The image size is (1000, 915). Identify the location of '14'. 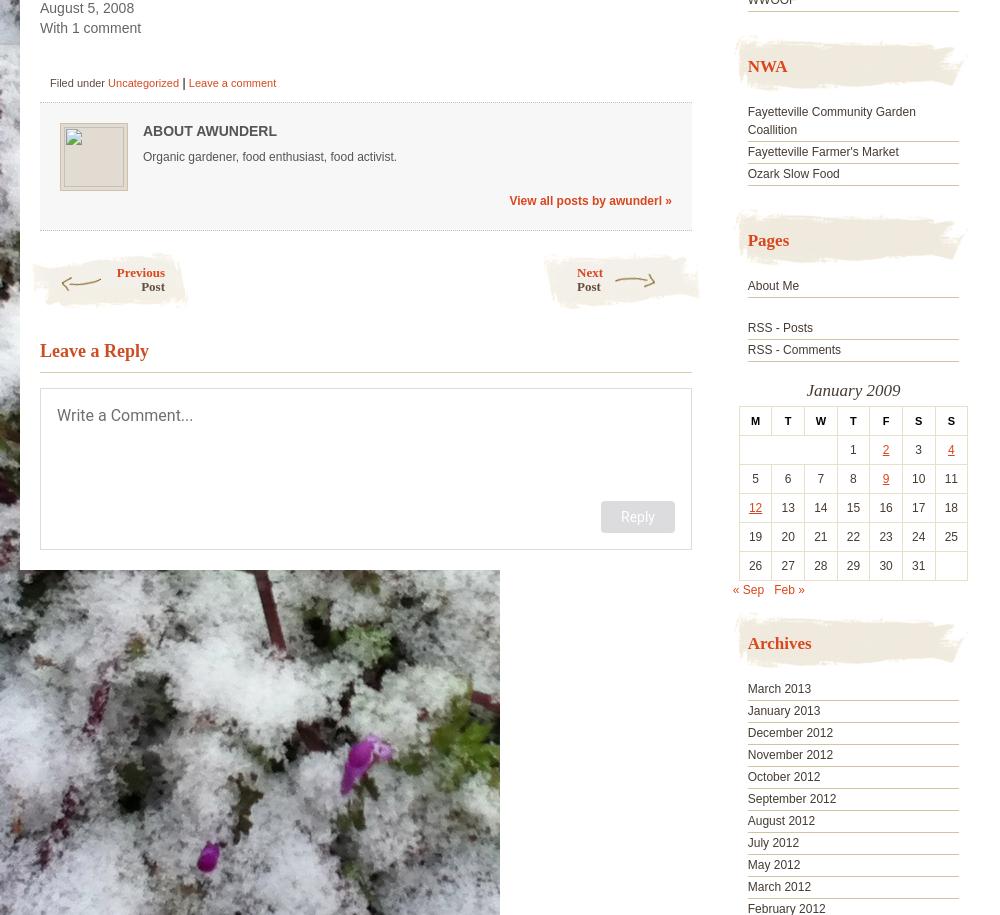
(819, 507).